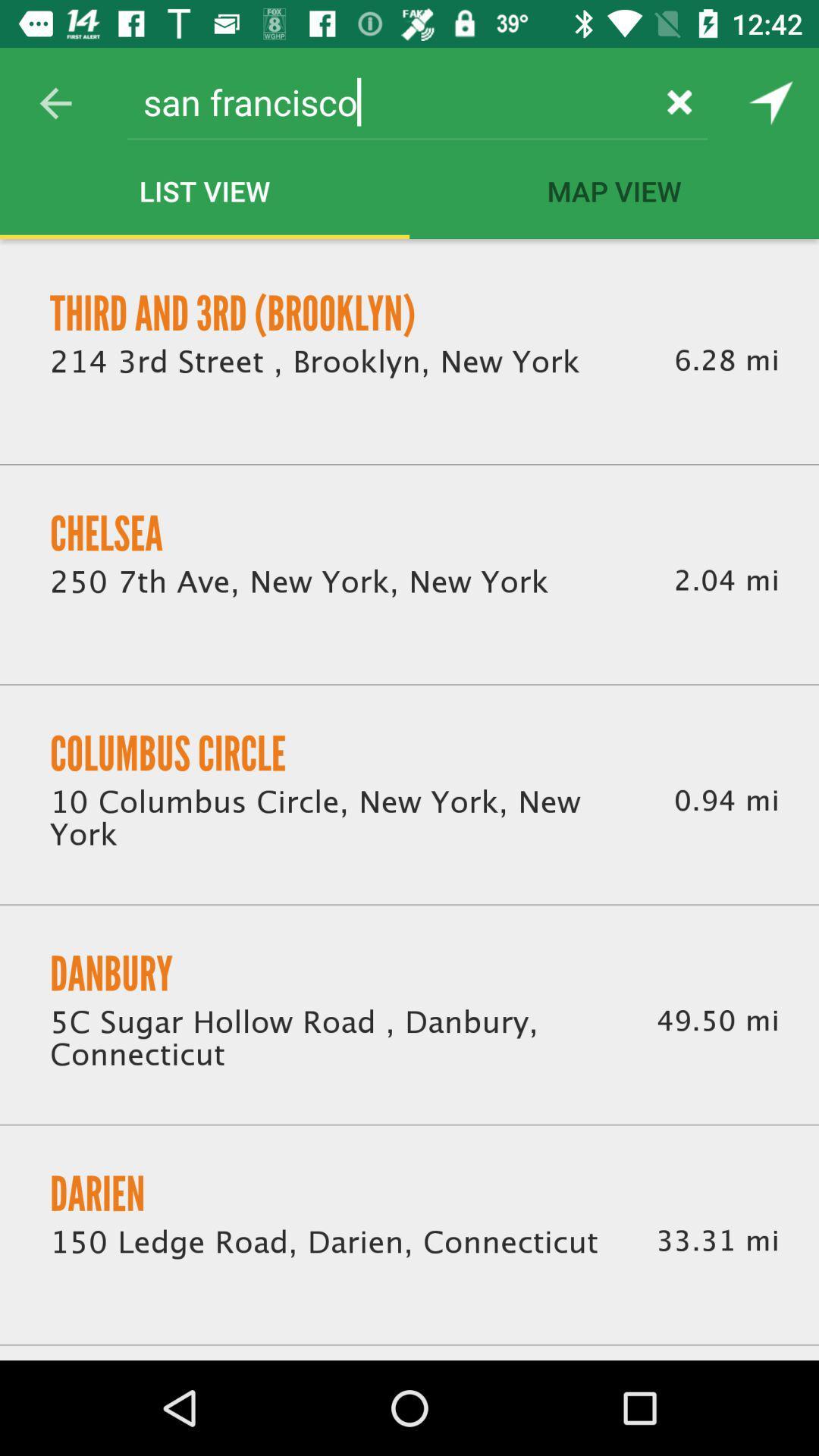 The height and width of the screenshot is (1456, 819). What do you see at coordinates (299, 582) in the screenshot?
I see `icon to the left of the 2.04 mi item` at bounding box center [299, 582].